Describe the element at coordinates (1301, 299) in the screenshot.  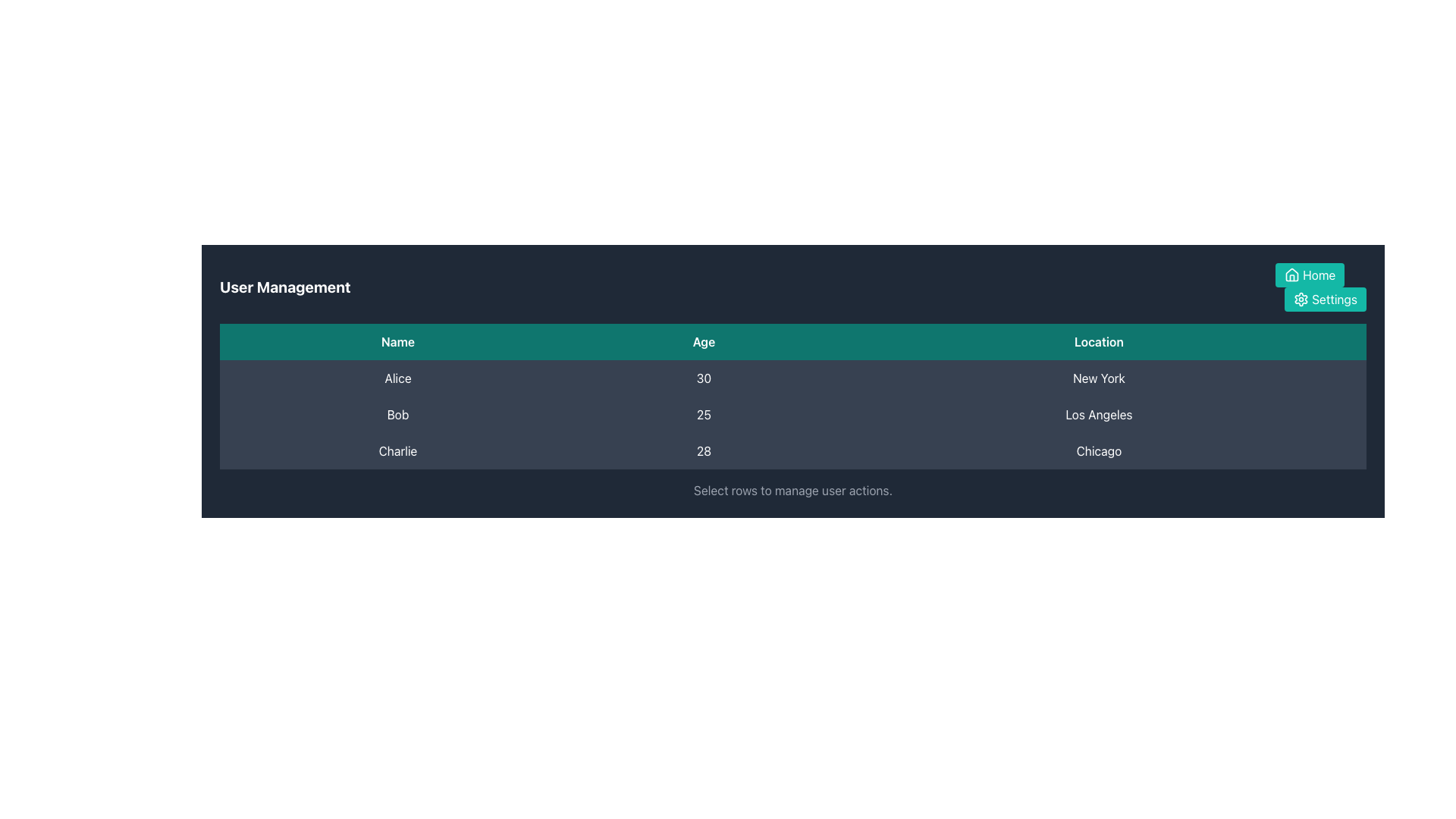
I see `the decorative SVG graphic forming part of the settings icon` at that location.